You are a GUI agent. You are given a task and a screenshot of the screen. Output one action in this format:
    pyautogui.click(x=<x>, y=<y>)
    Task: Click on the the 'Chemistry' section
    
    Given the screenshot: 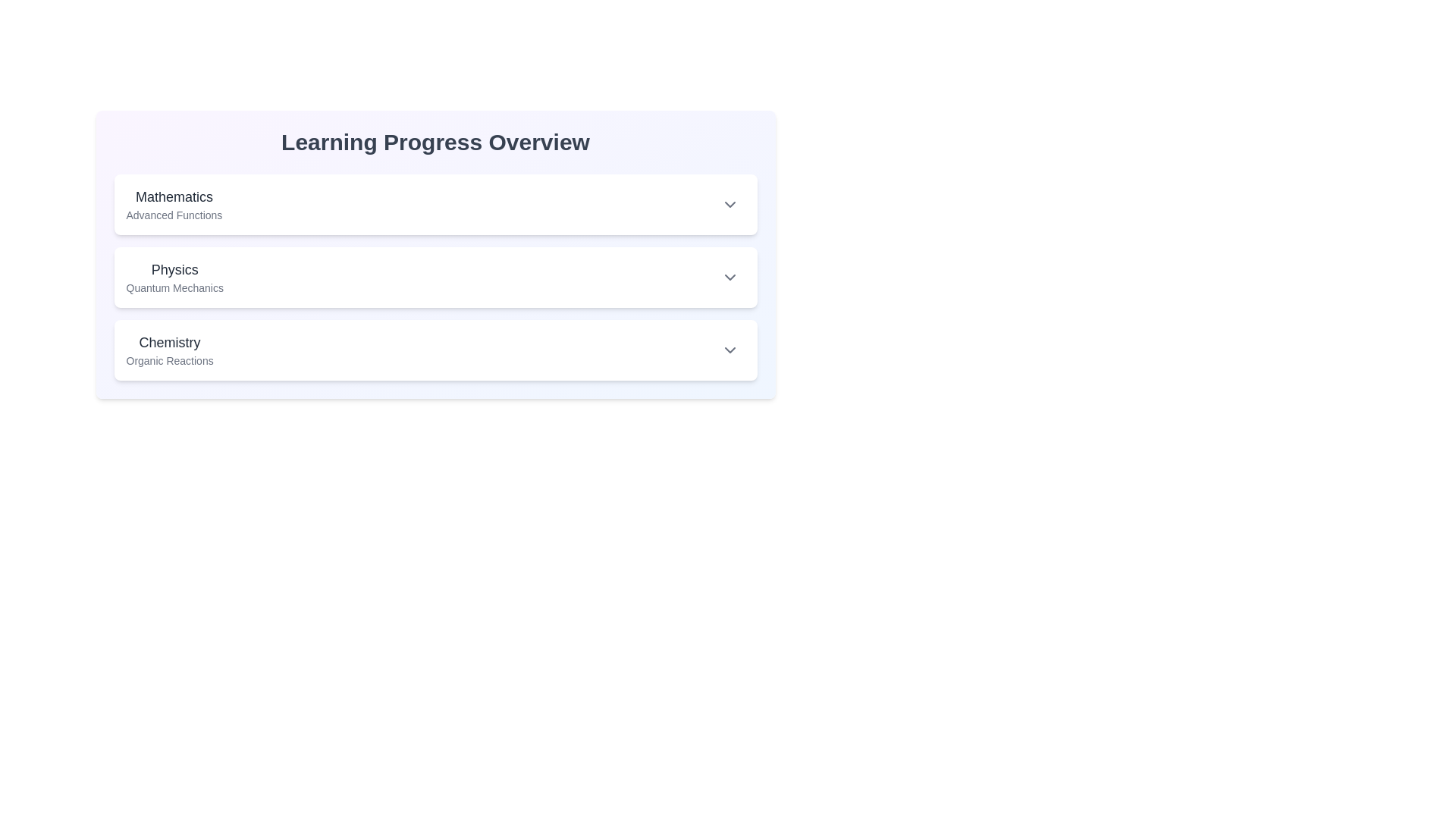 What is the action you would take?
    pyautogui.click(x=170, y=342)
    